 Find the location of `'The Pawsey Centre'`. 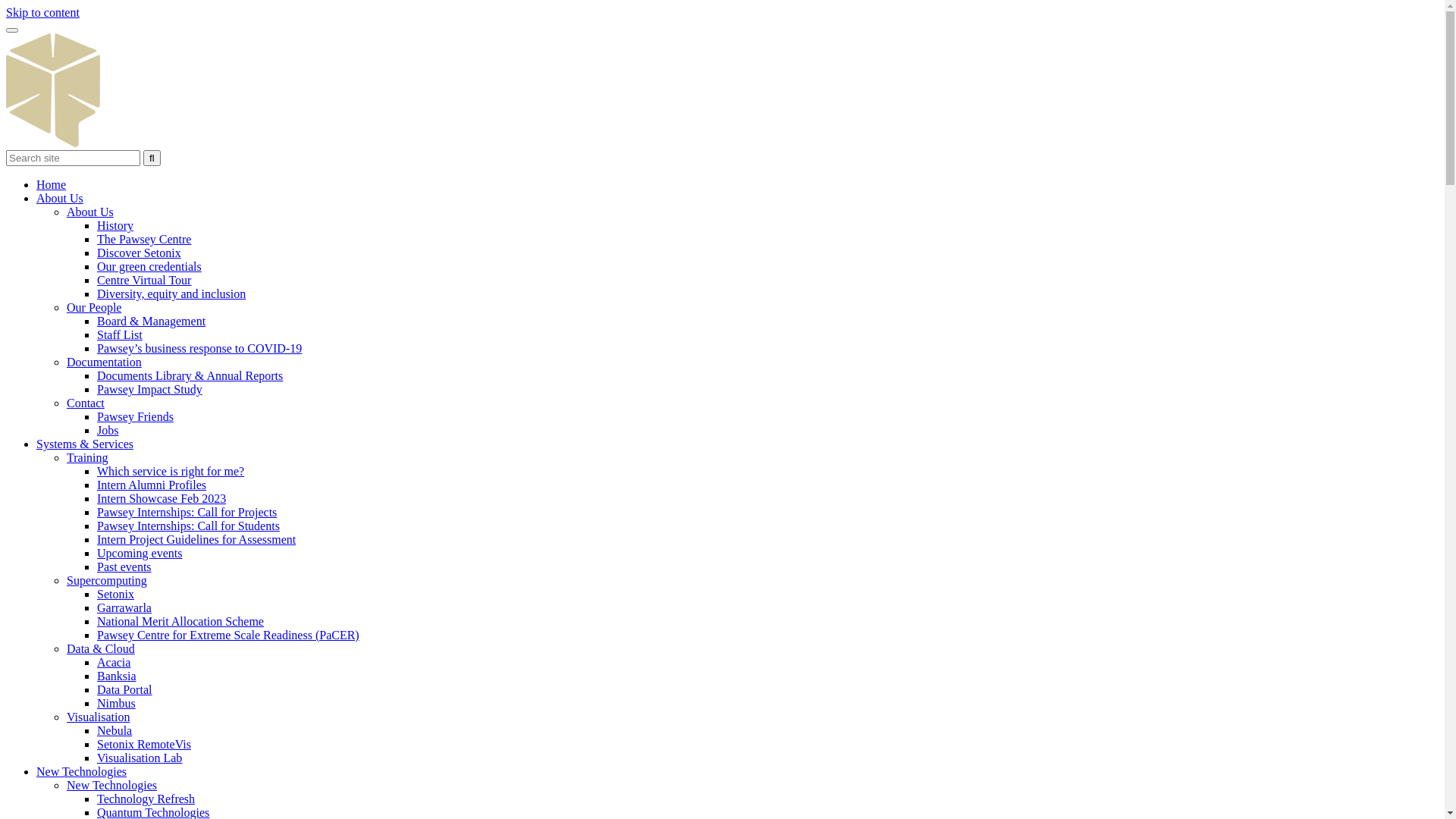

'The Pawsey Centre' is located at coordinates (144, 239).